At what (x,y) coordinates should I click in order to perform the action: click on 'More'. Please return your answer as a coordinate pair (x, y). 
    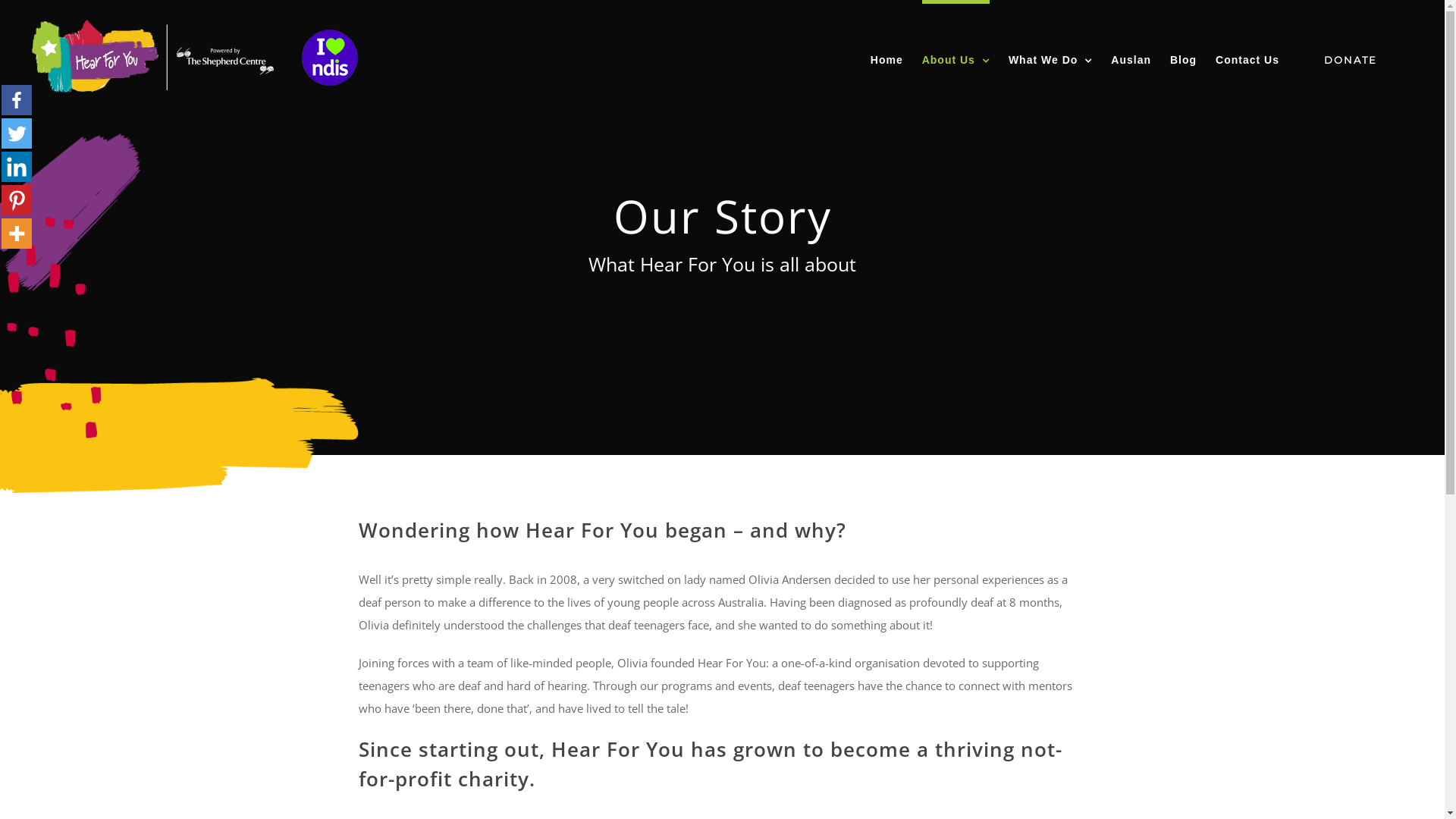
    Looking at the image, I should click on (17, 234).